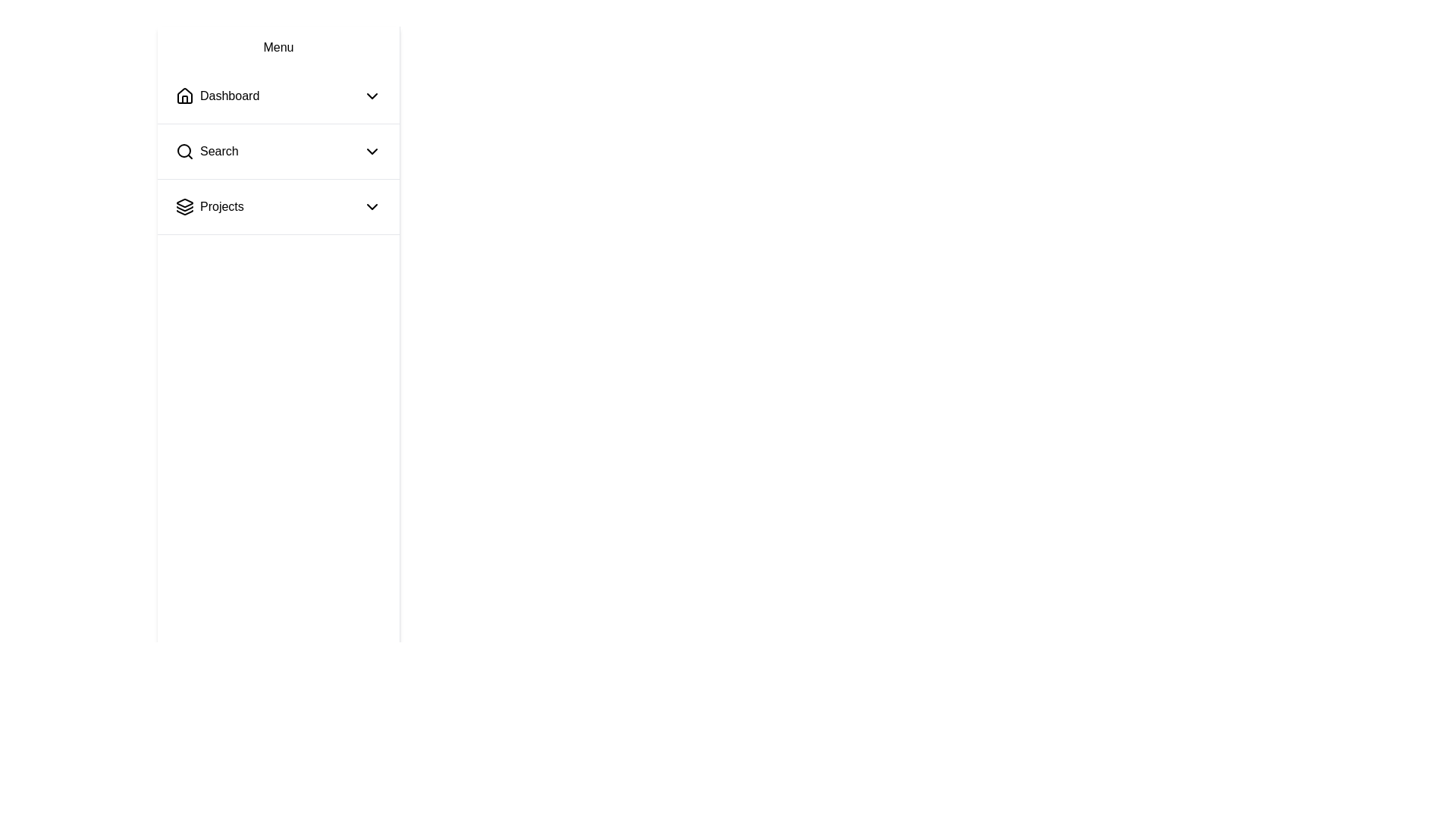 This screenshot has height=819, width=1456. Describe the element at coordinates (217, 96) in the screenshot. I see `the first menu item in the vertical list under the 'Menu' label` at that location.